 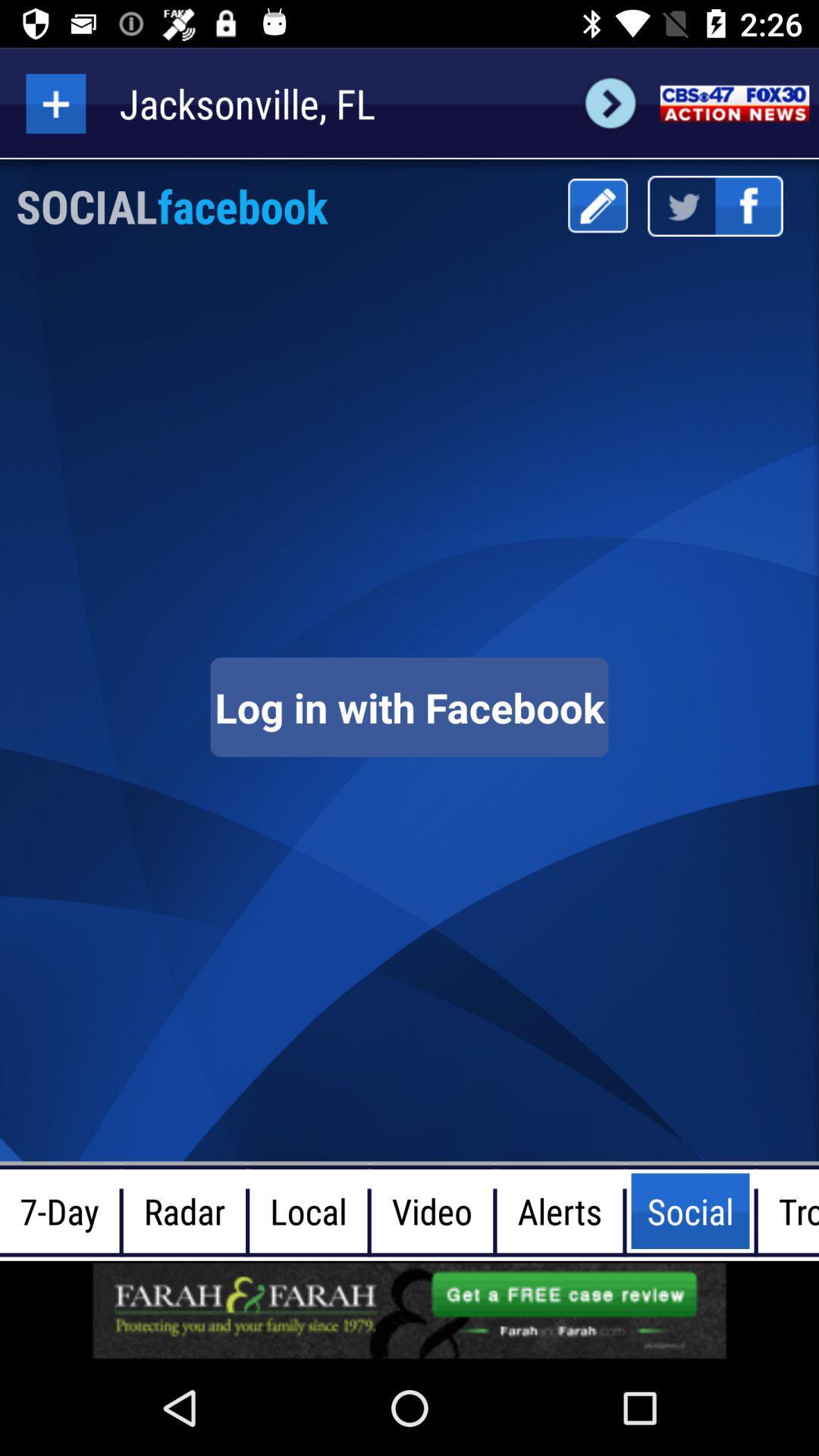 What do you see at coordinates (409, 706) in the screenshot?
I see `login with facebook` at bounding box center [409, 706].